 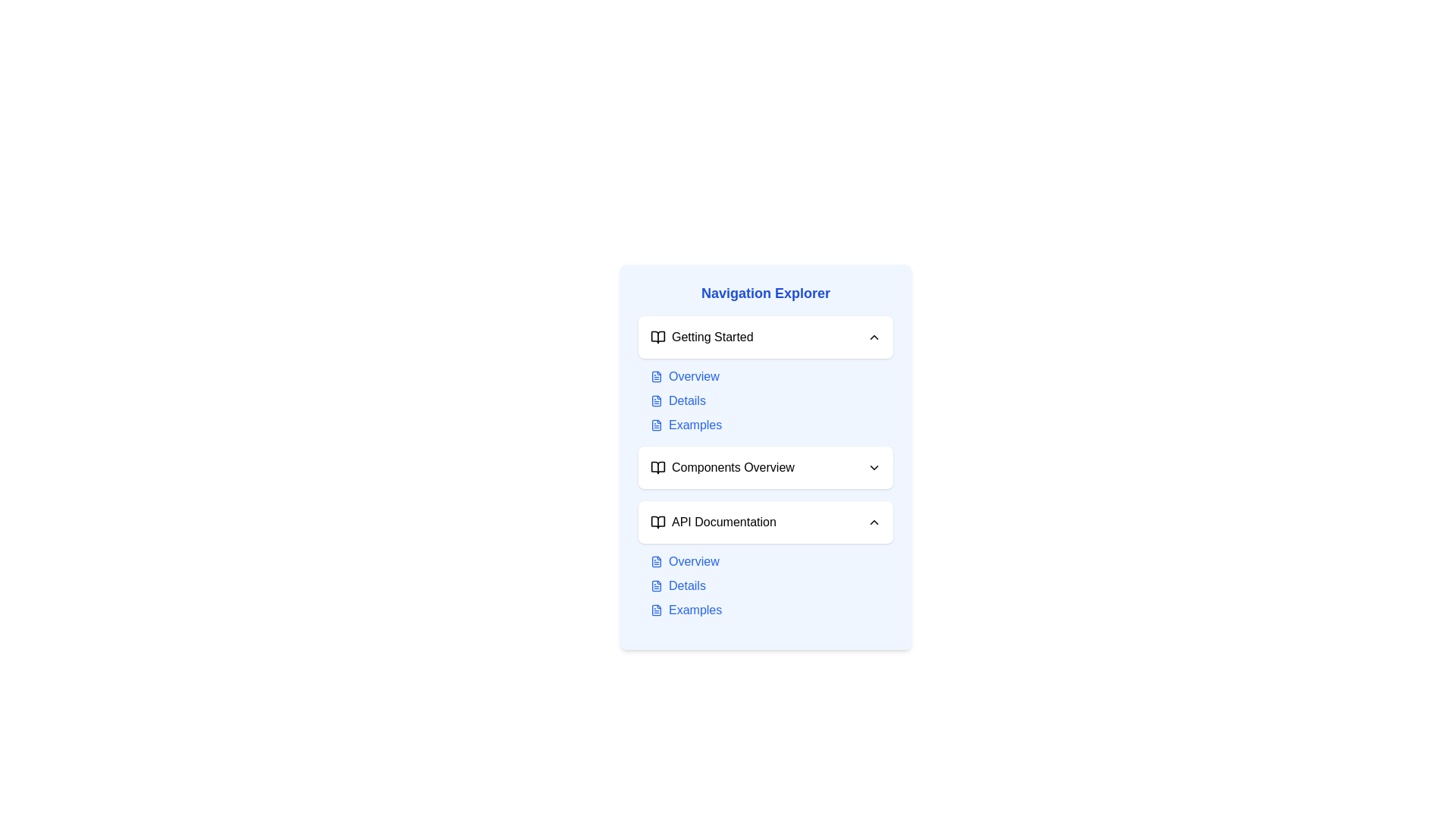 I want to click on the Navigation list entries under the 'API Documentation' section, so click(x=771, y=585).